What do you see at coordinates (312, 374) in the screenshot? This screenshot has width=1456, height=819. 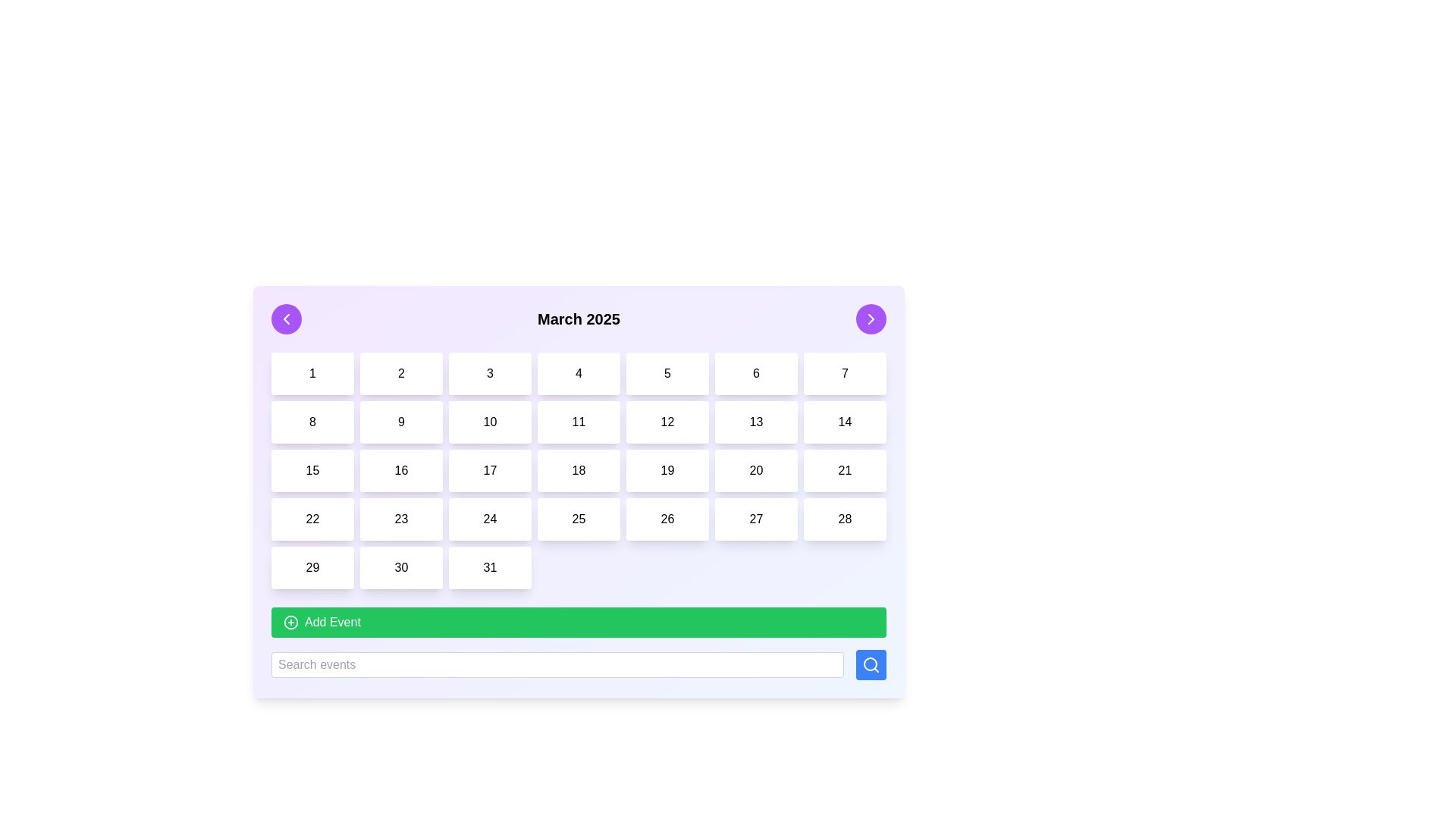 I see `the rounded rectangular button with a white background and the number '1' centered in black text` at bounding box center [312, 374].